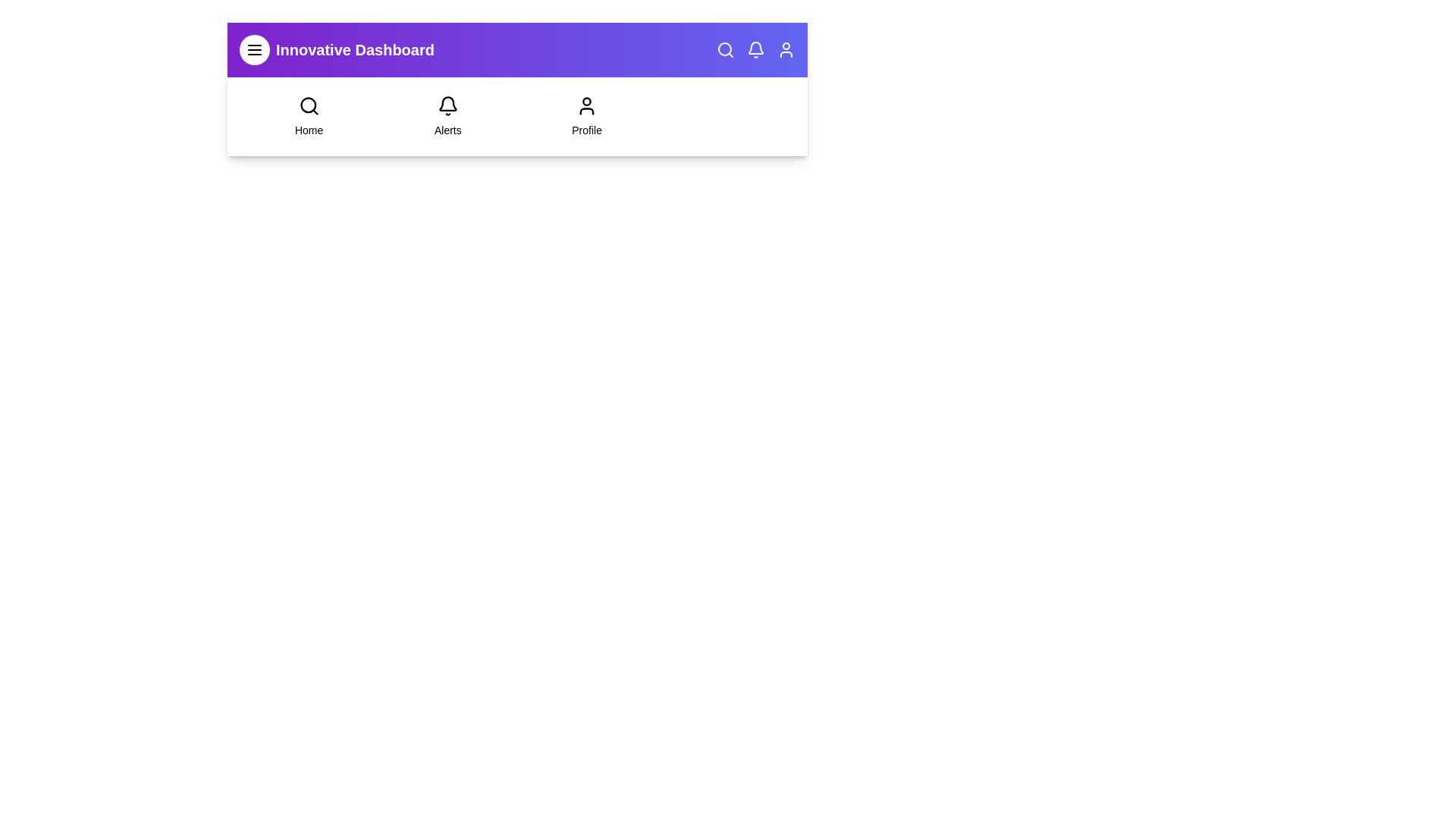 This screenshot has width=1456, height=819. Describe the element at coordinates (786, 49) in the screenshot. I see `the icon user to trigger its hover effect` at that location.